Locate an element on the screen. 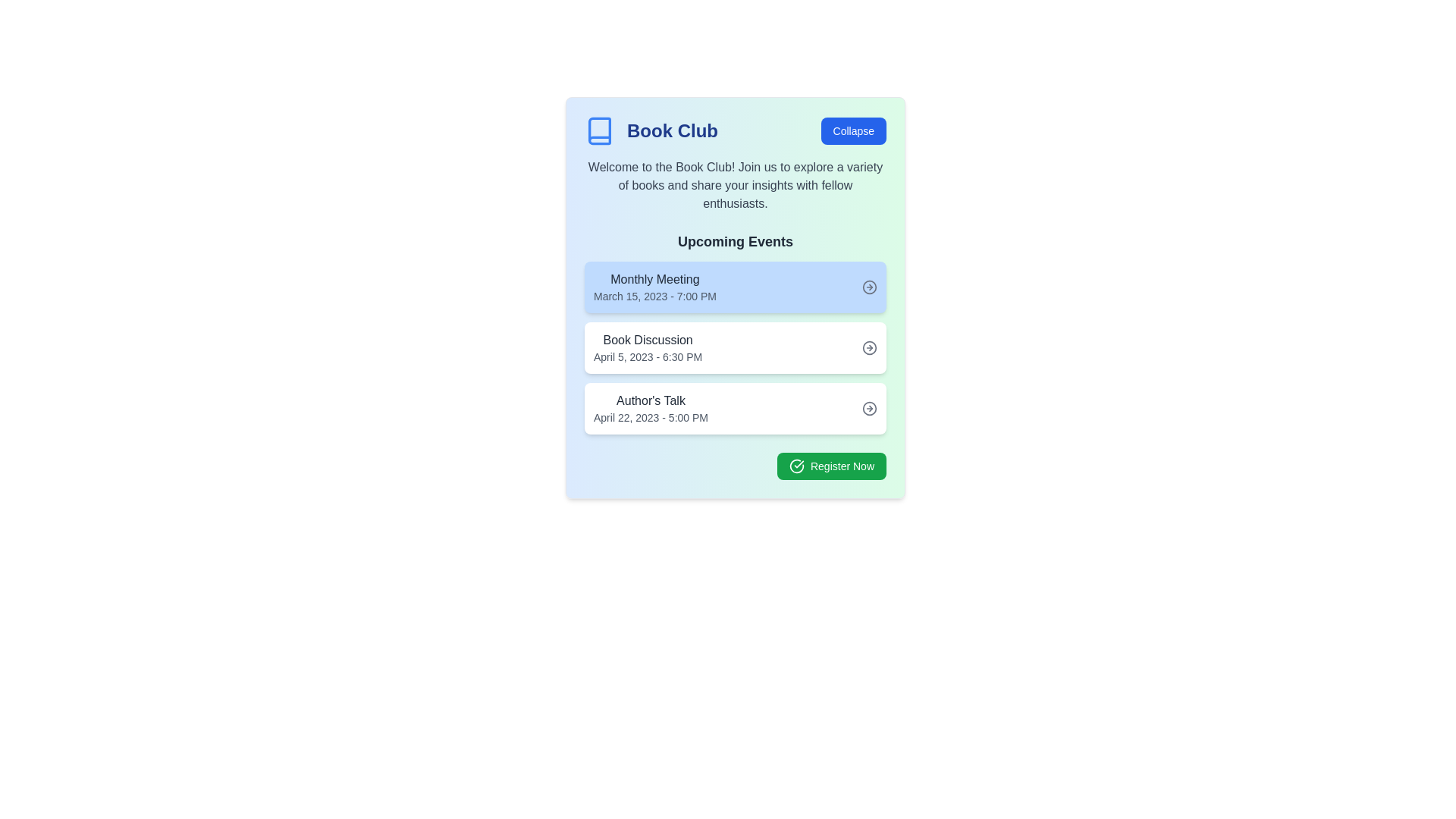  the blue rectangular button with rounded corners labeled 'Collapse' is located at coordinates (853, 130).